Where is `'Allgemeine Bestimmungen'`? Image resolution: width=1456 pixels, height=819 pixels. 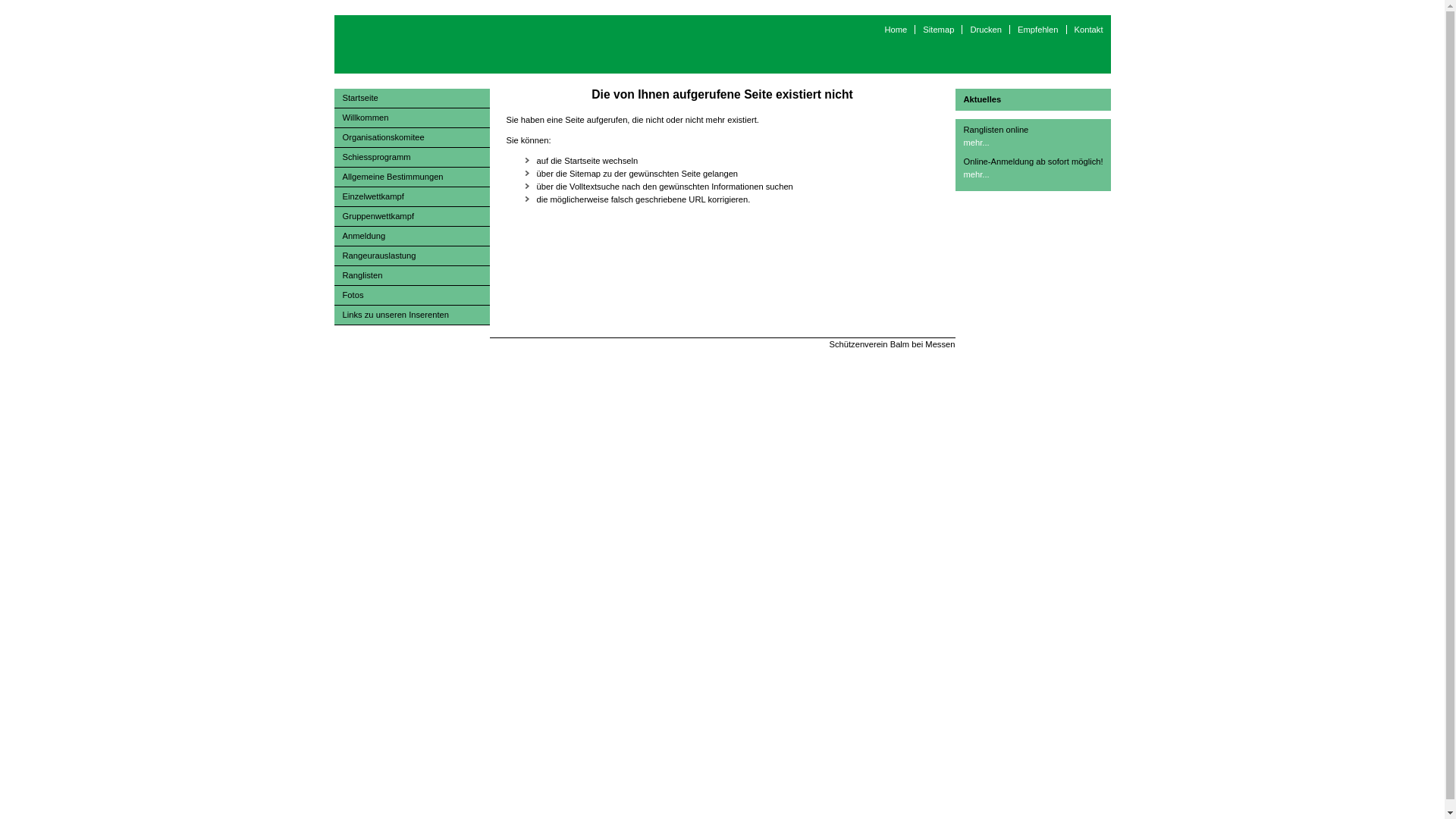
'Allgemeine Bestimmungen' is located at coordinates (411, 177).